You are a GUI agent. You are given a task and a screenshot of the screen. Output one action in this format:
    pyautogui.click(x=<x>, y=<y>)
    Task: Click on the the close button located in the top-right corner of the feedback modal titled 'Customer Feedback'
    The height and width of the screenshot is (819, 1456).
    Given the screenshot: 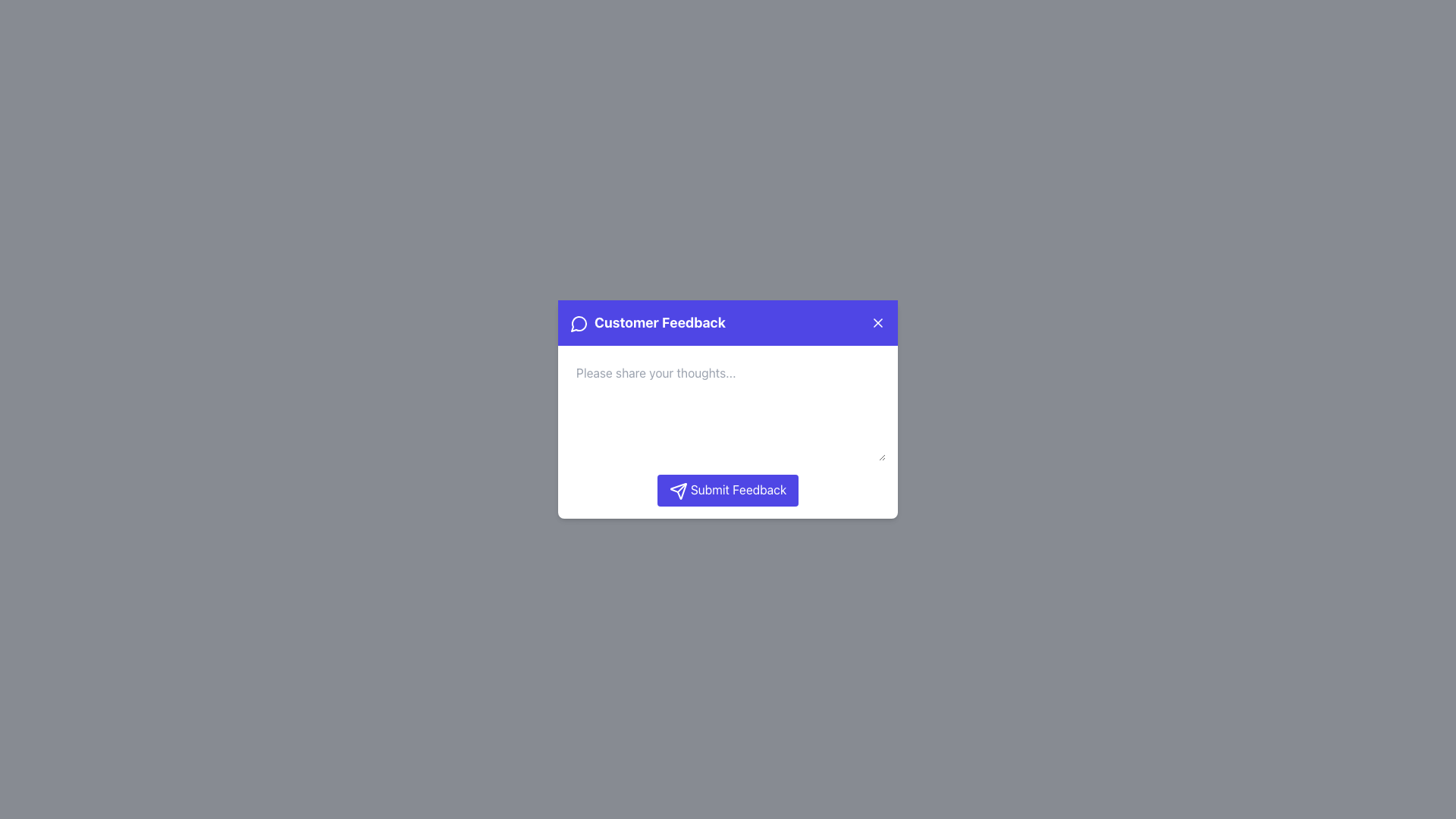 What is the action you would take?
    pyautogui.click(x=877, y=322)
    